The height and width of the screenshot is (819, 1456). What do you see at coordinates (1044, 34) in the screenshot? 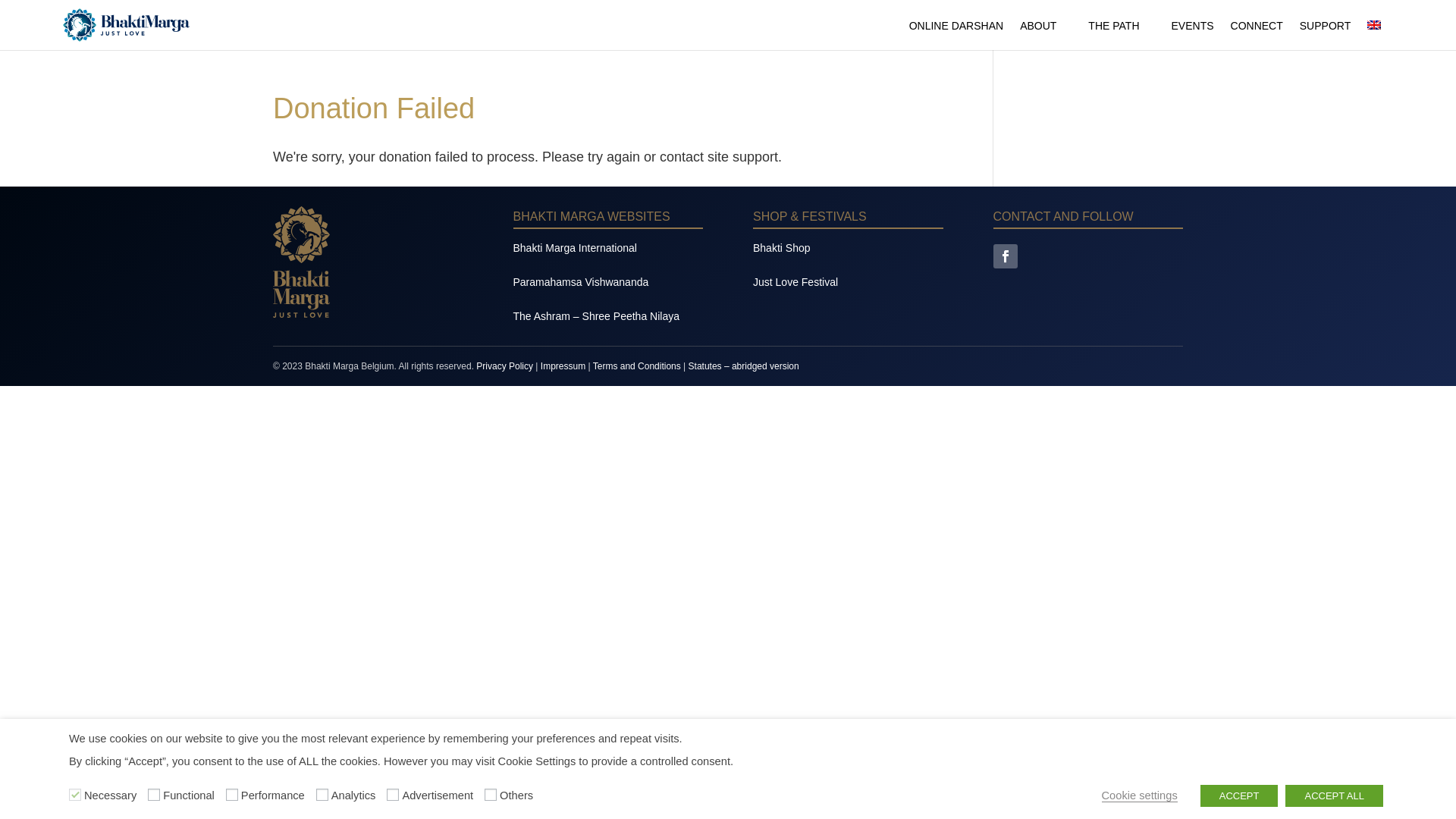
I see `'ABOUT'` at bounding box center [1044, 34].